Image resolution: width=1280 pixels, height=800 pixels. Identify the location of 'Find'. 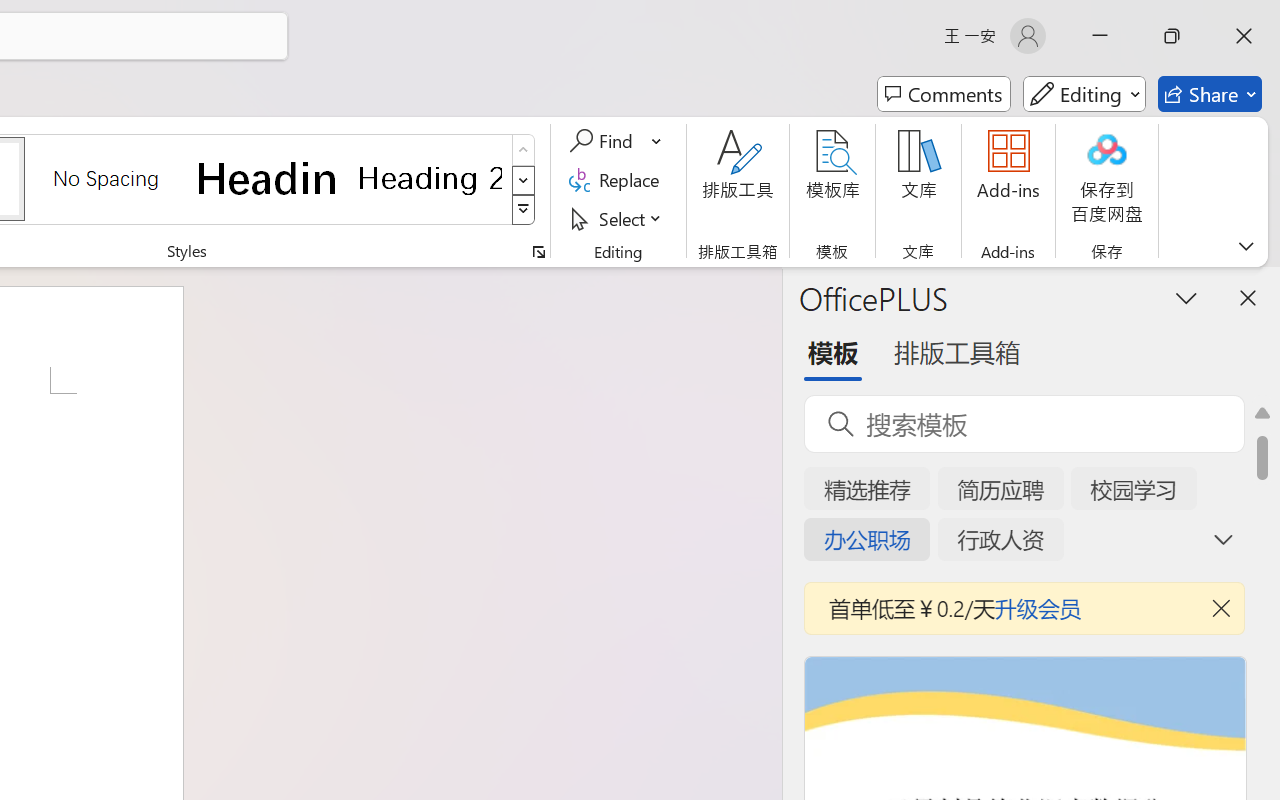
(615, 141).